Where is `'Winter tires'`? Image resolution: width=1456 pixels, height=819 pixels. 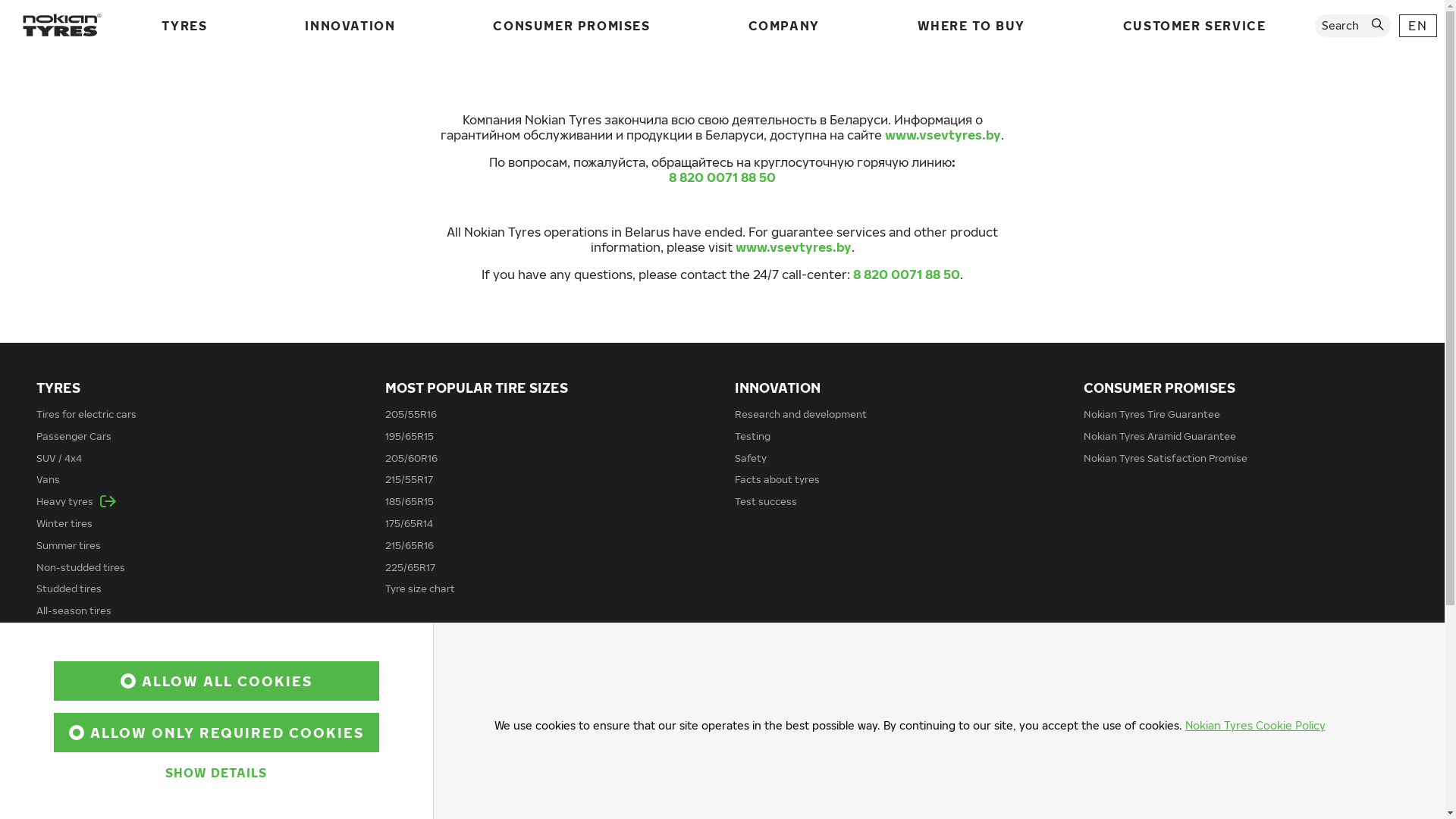 'Winter tires' is located at coordinates (64, 522).